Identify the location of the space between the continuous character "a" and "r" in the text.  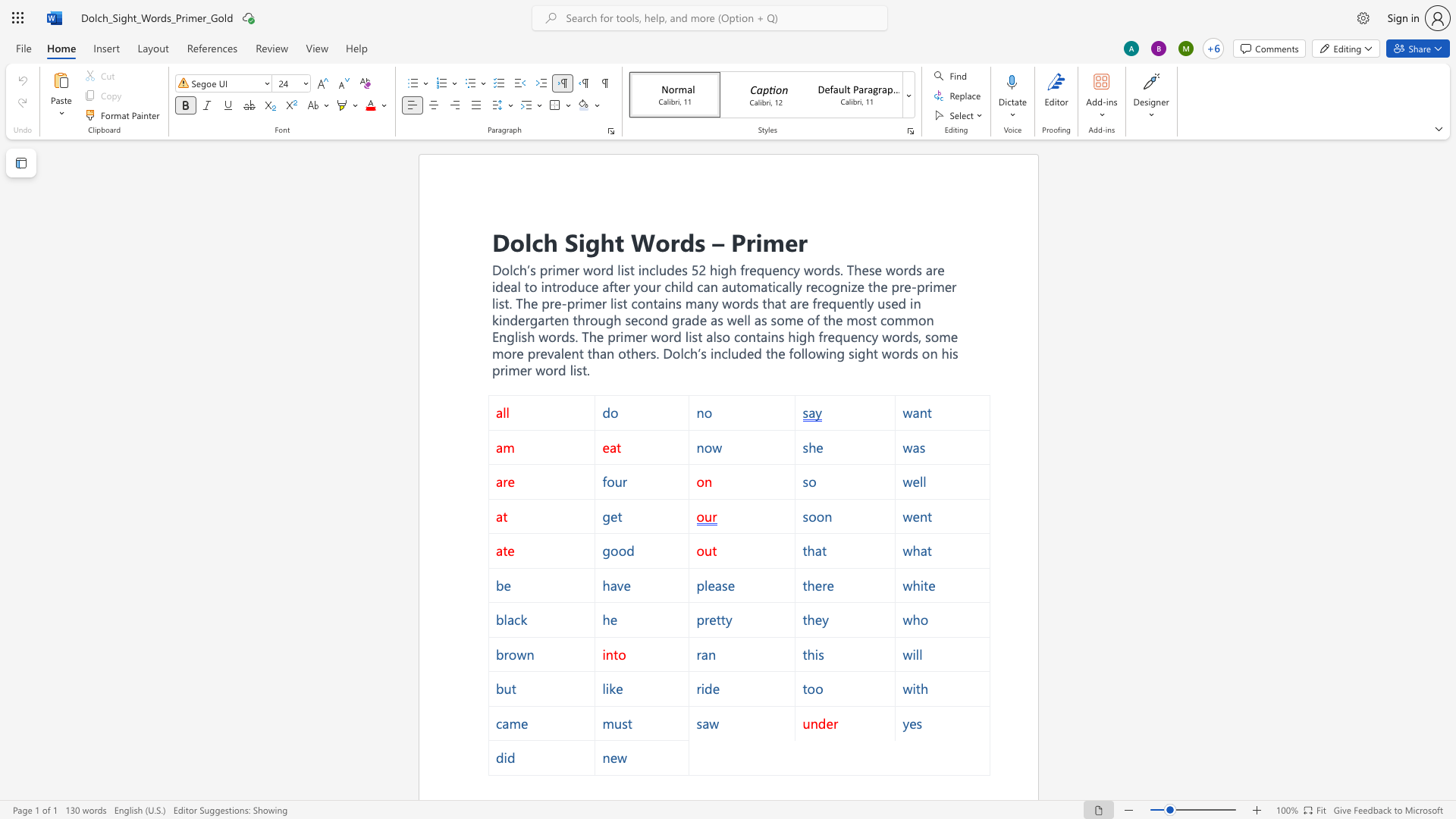
(795, 303).